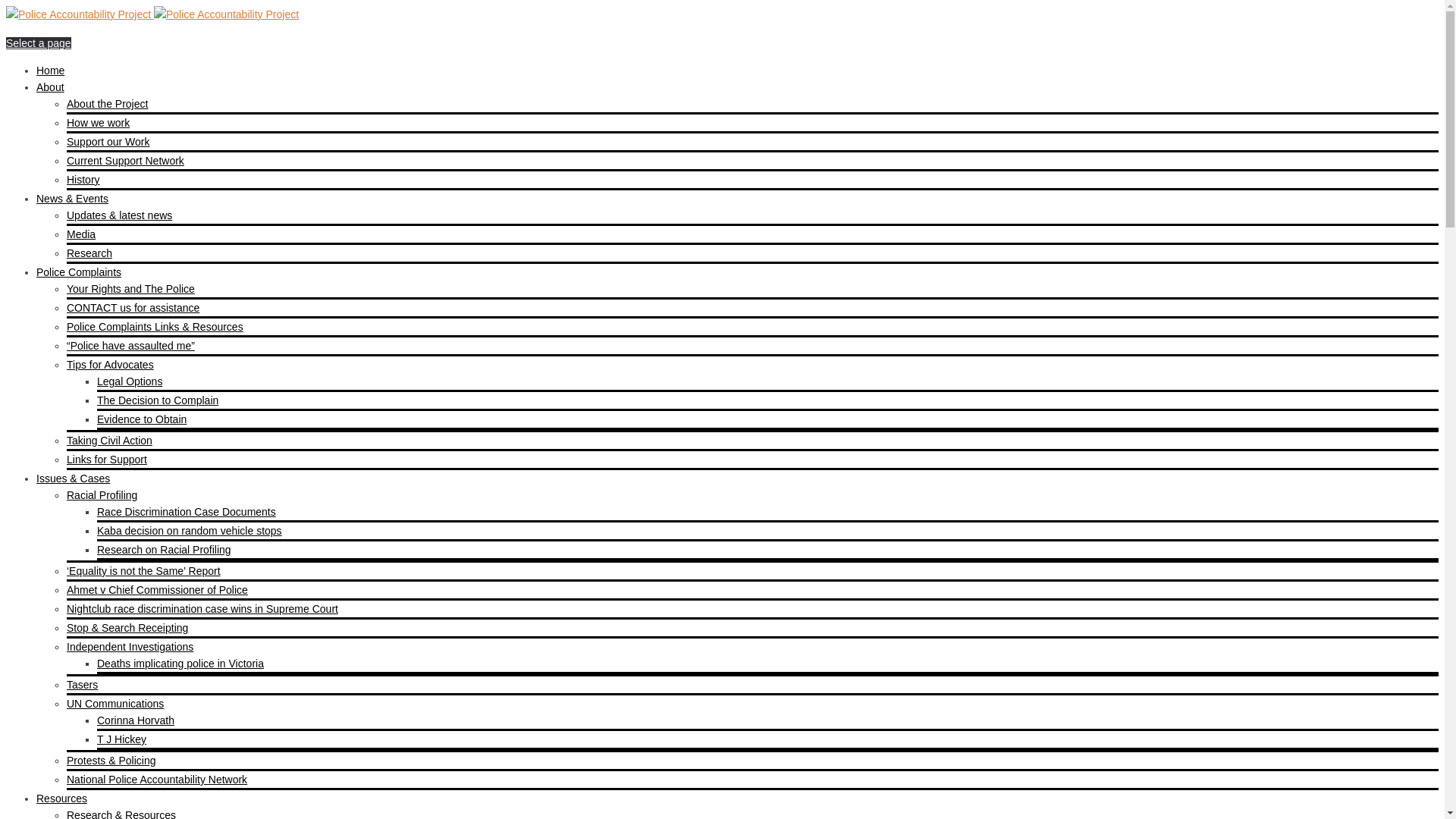  Describe the element at coordinates (115, 704) in the screenshot. I see `'UN Communications'` at that location.